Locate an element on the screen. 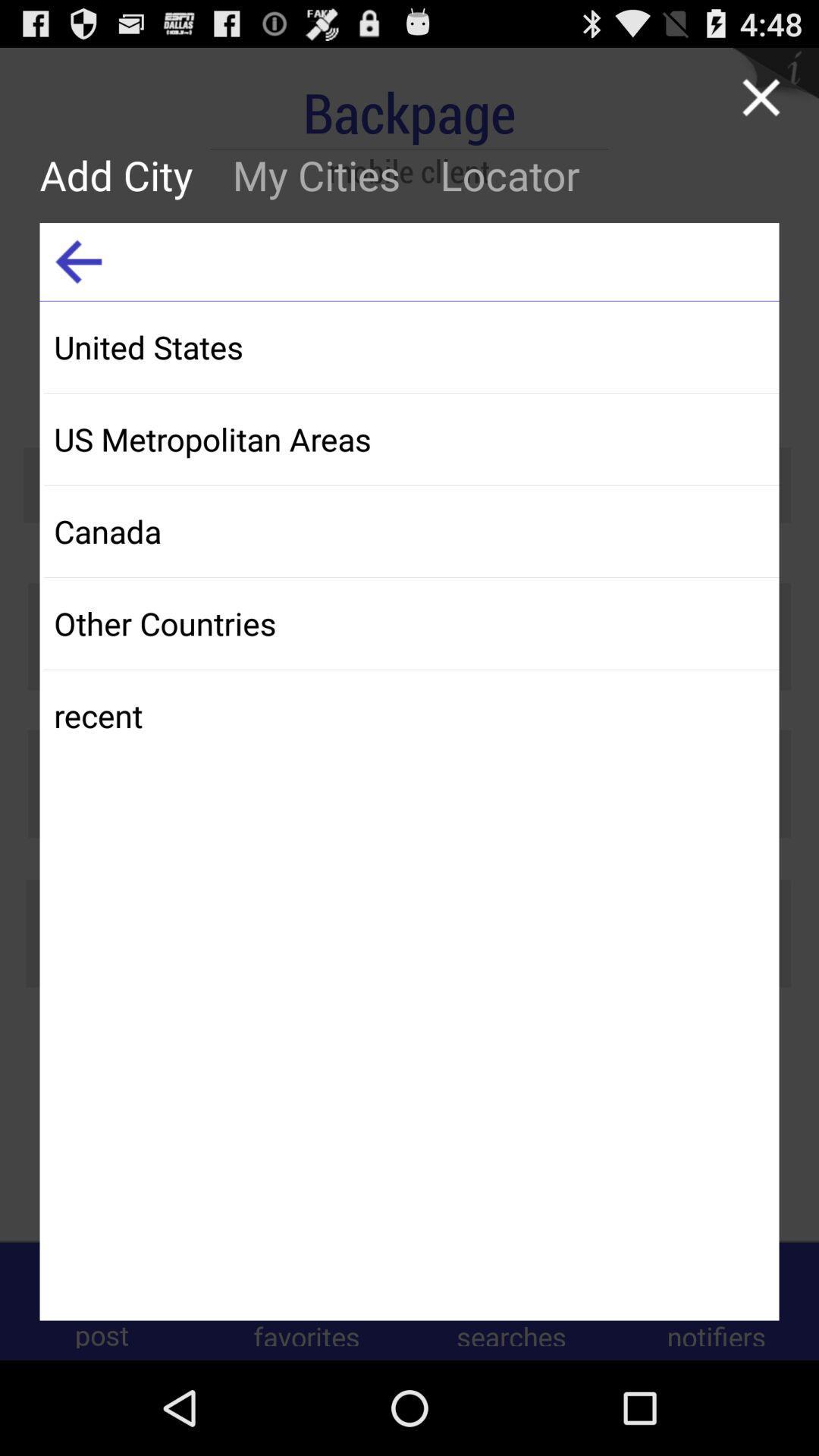 The height and width of the screenshot is (1456, 819). go back is located at coordinates (78, 262).